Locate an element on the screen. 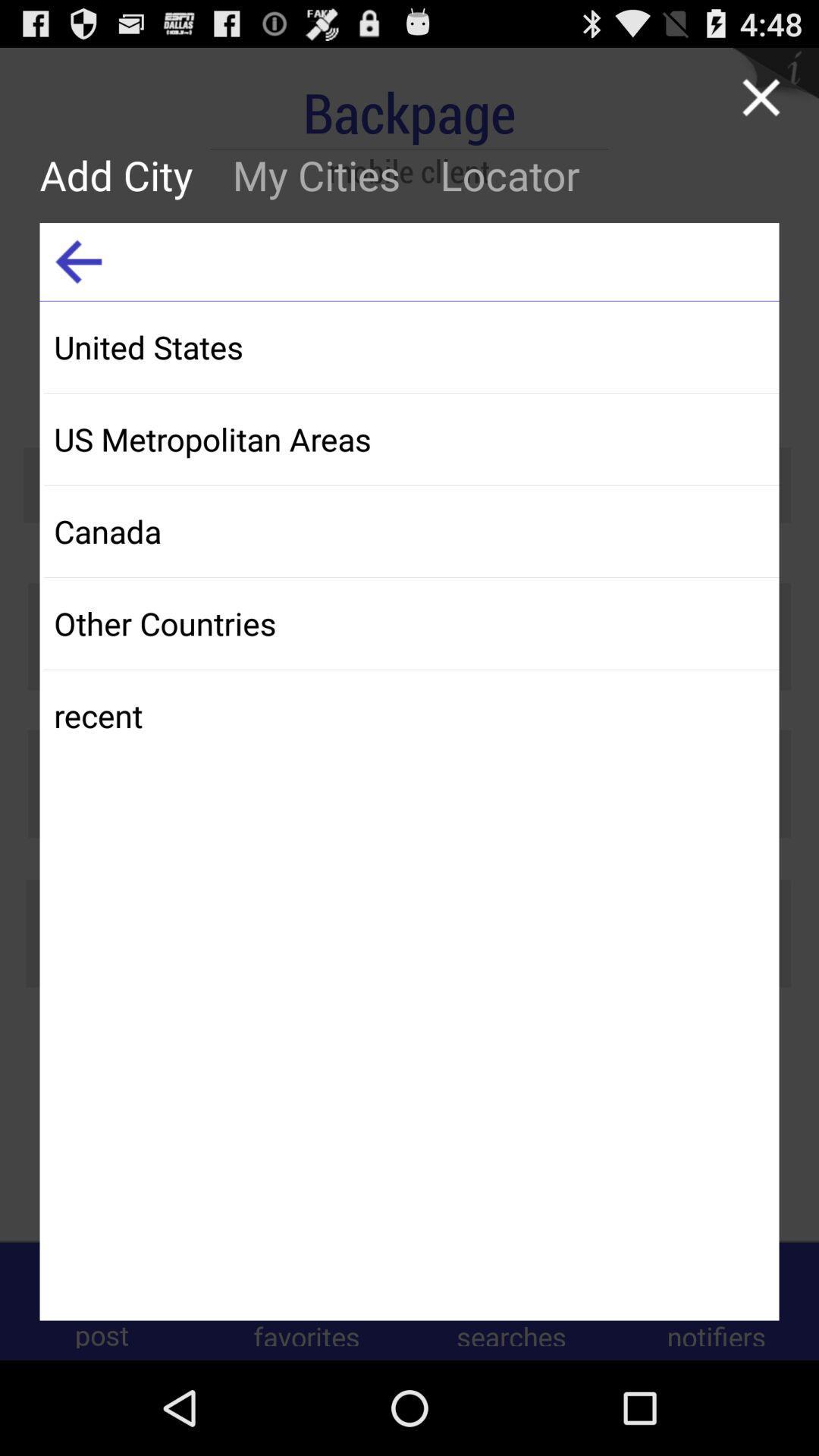 The height and width of the screenshot is (1456, 819). go back is located at coordinates (78, 262).